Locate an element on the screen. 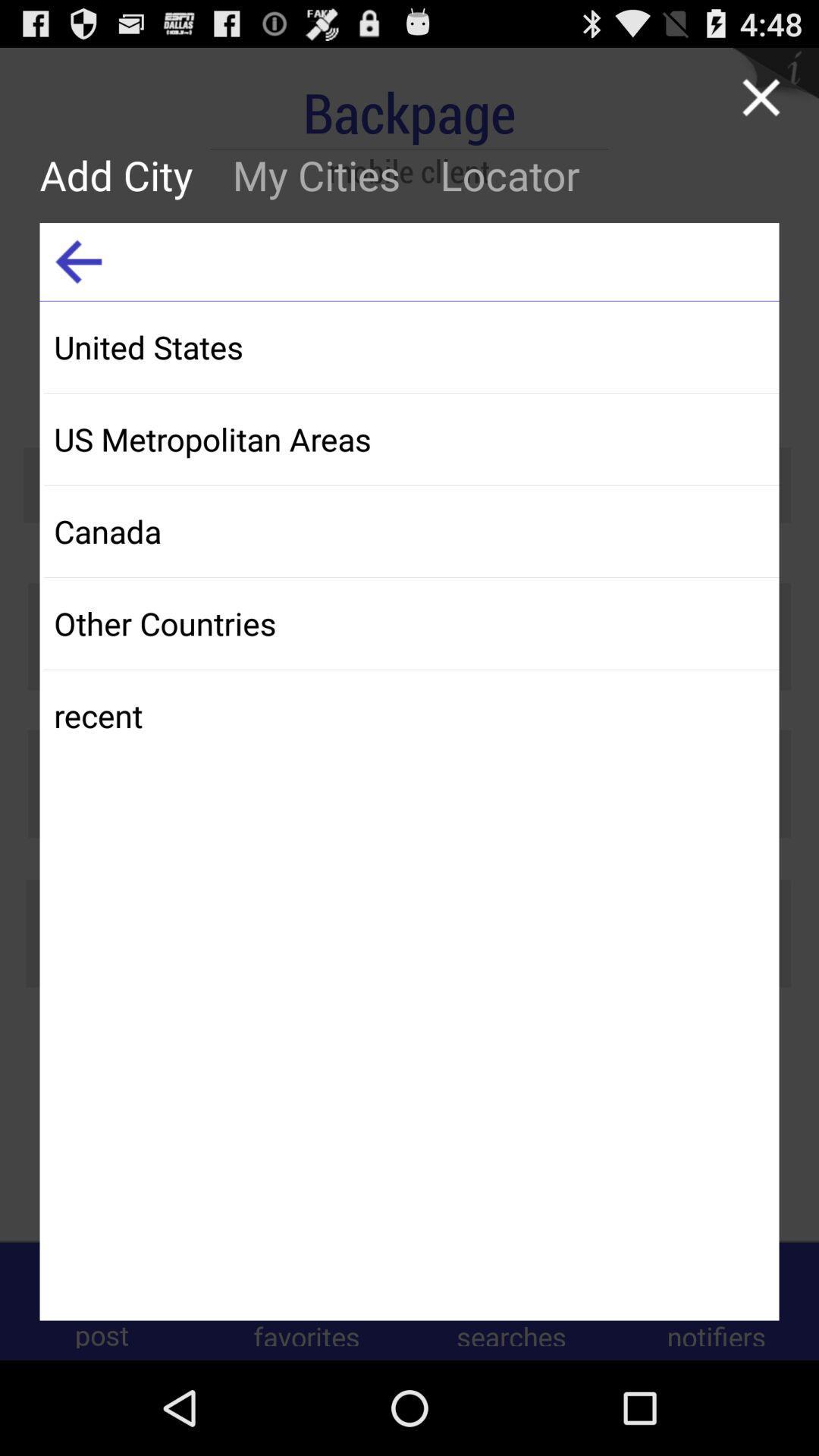 The height and width of the screenshot is (1456, 819). go back is located at coordinates (78, 262).